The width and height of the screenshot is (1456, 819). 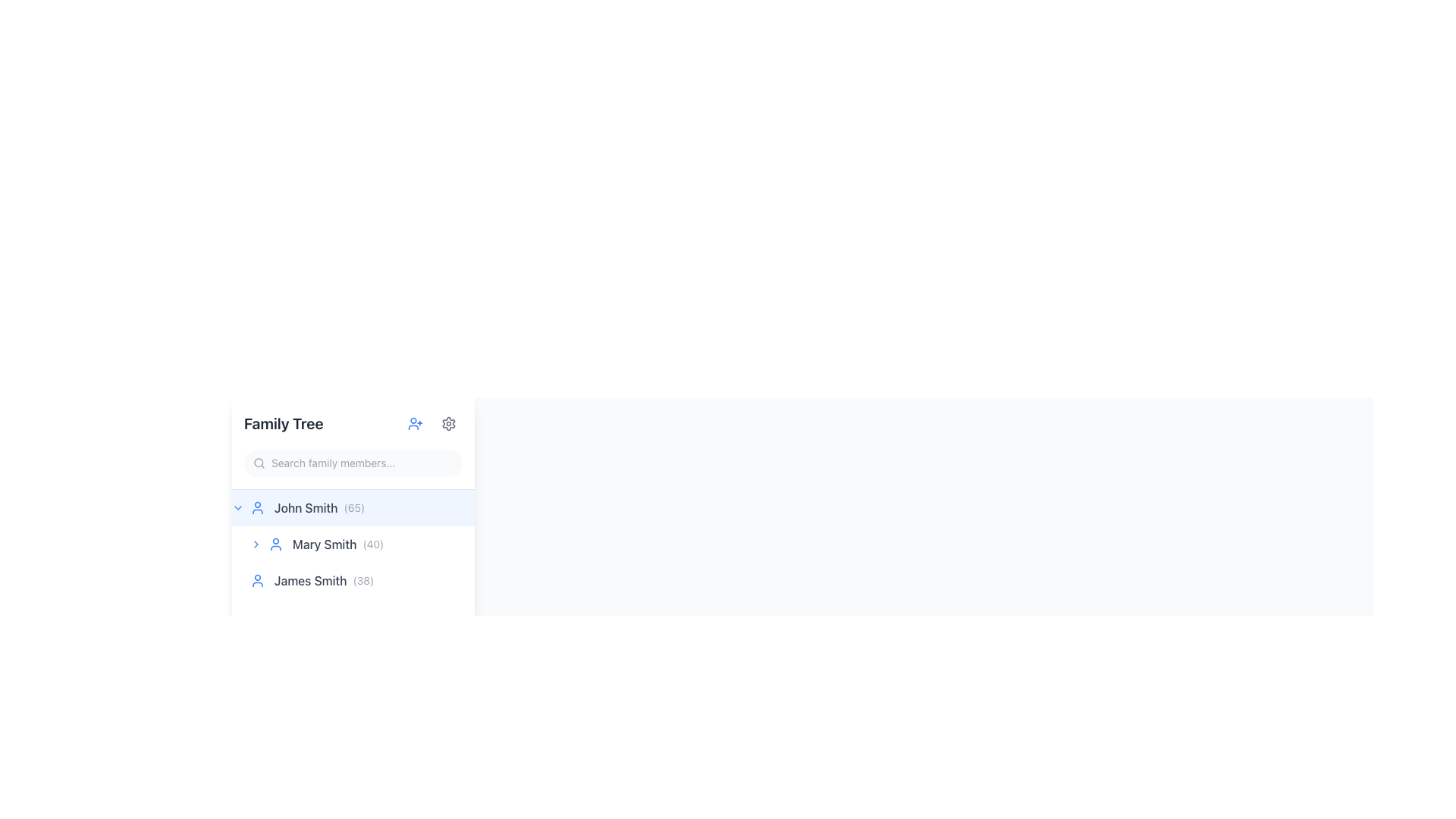 What do you see at coordinates (237, 508) in the screenshot?
I see `the Chevron Down icon located next to 'John Smith (65)'` at bounding box center [237, 508].